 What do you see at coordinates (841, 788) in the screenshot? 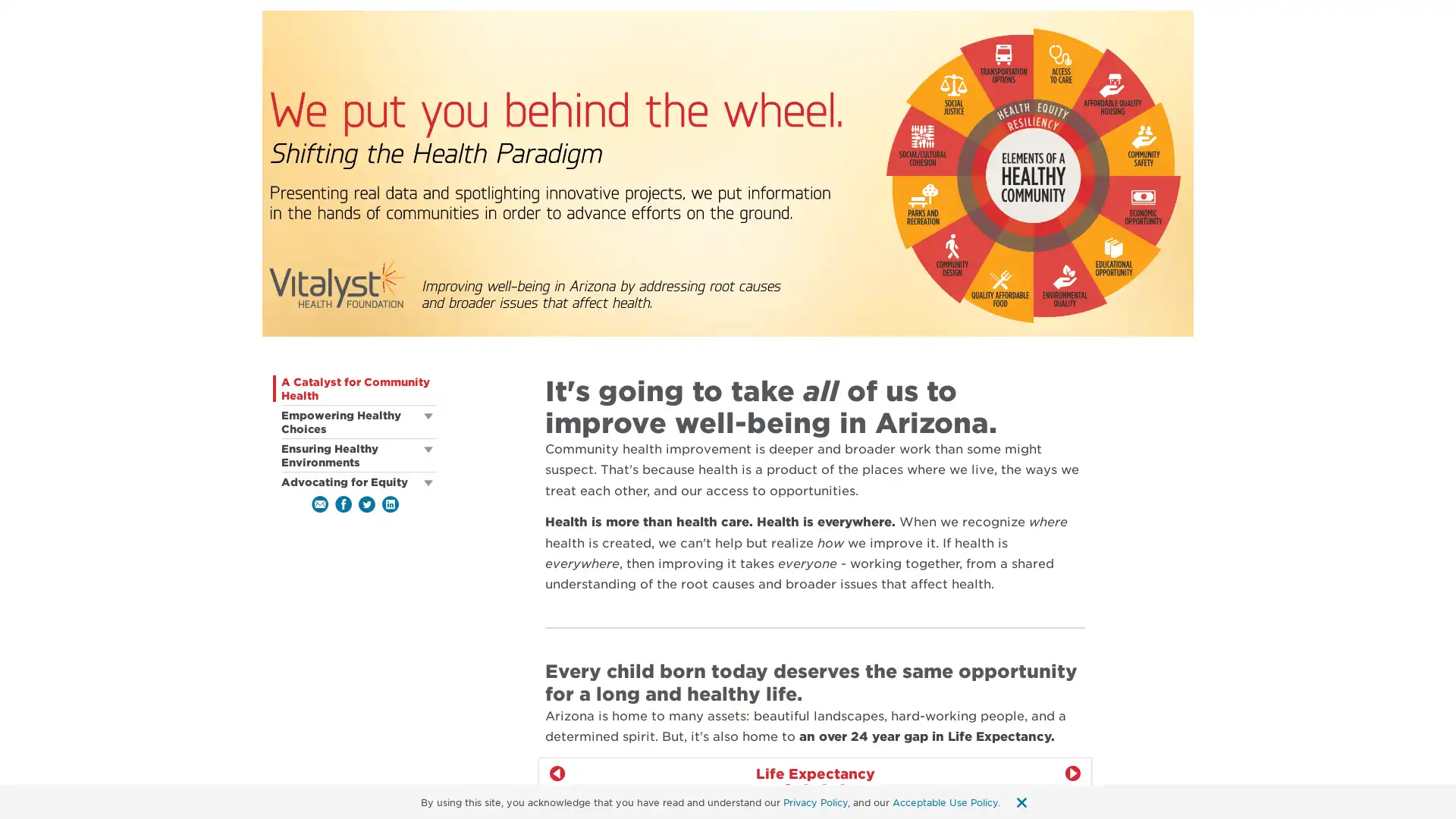
I see `carousel screen indicator` at bounding box center [841, 788].